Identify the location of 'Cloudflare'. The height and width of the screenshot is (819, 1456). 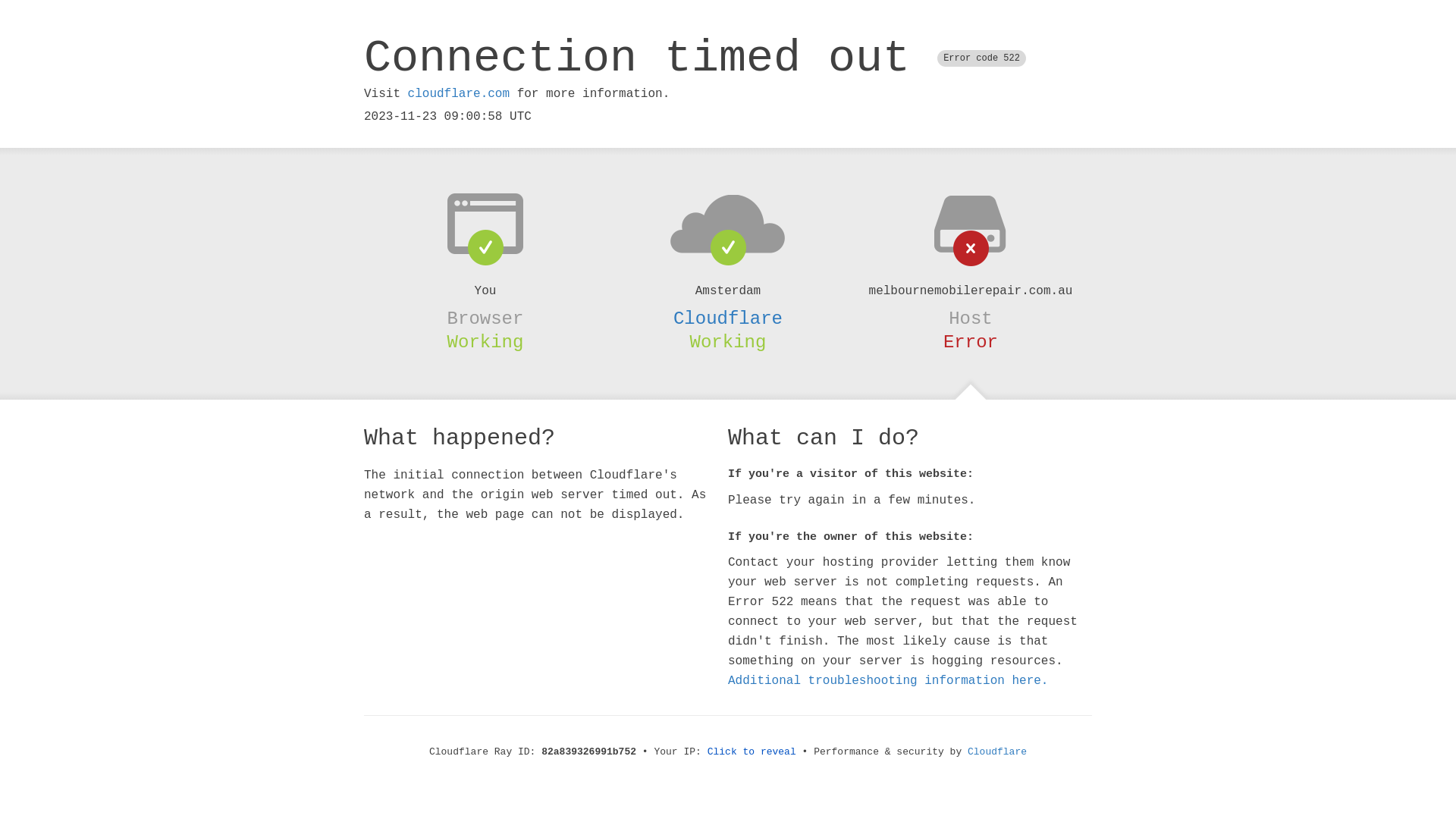
(997, 752).